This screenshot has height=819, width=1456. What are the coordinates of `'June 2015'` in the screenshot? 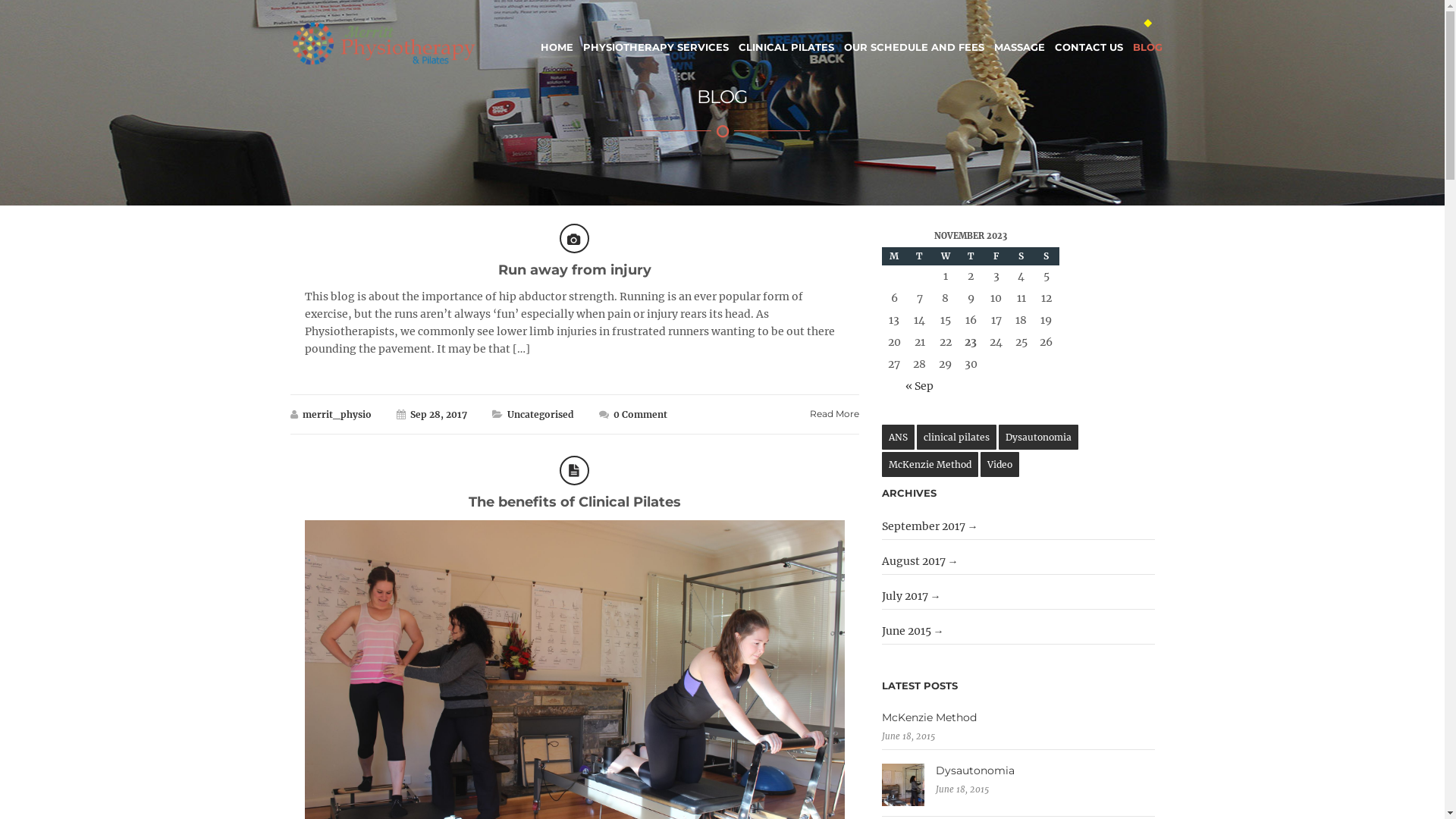 It's located at (912, 631).